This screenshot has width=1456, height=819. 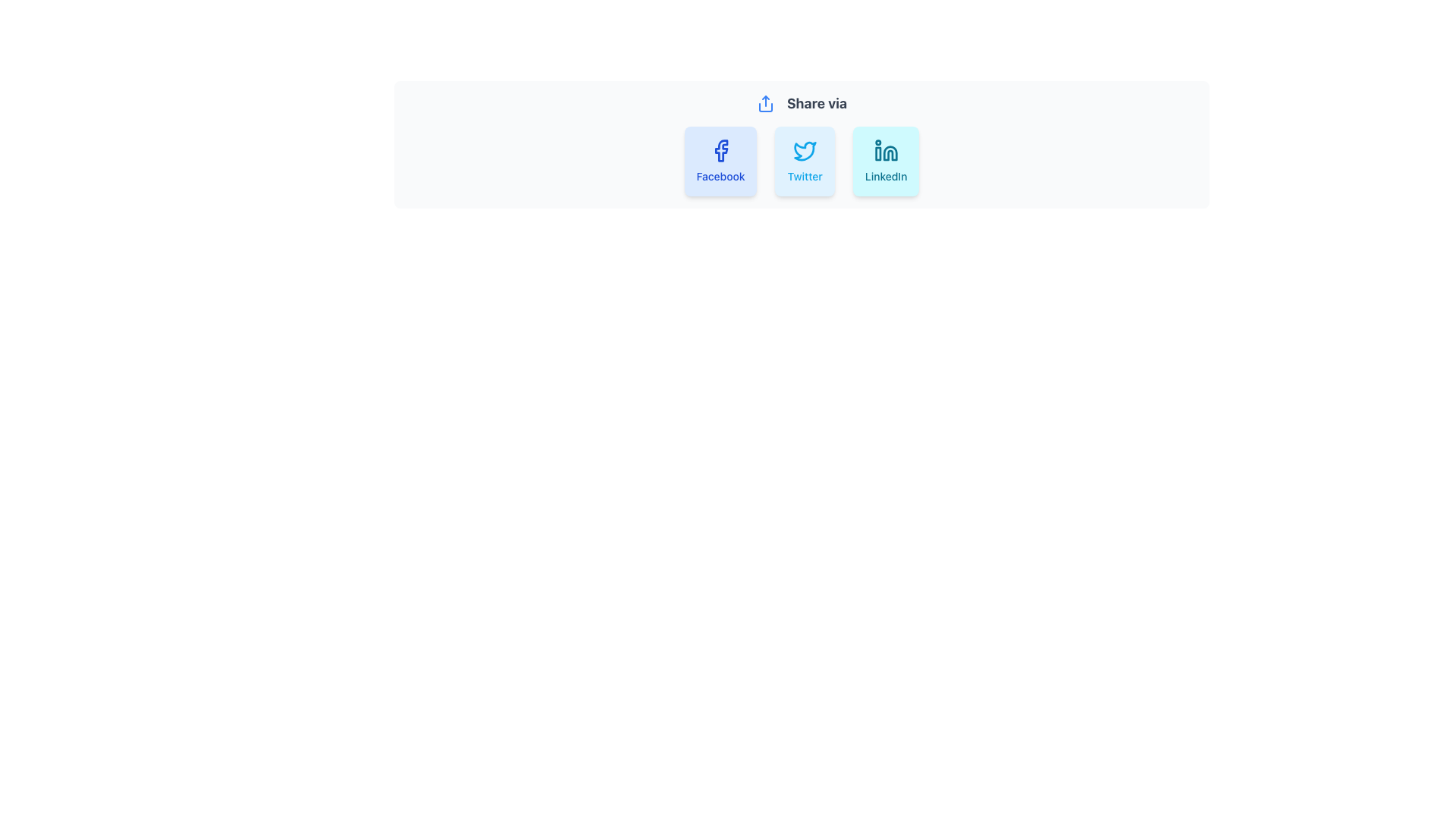 What do you see at coordinates (720, 151) in the screenshot?
I see `the Facebook sharing icon` at bounding box center [720, 151].